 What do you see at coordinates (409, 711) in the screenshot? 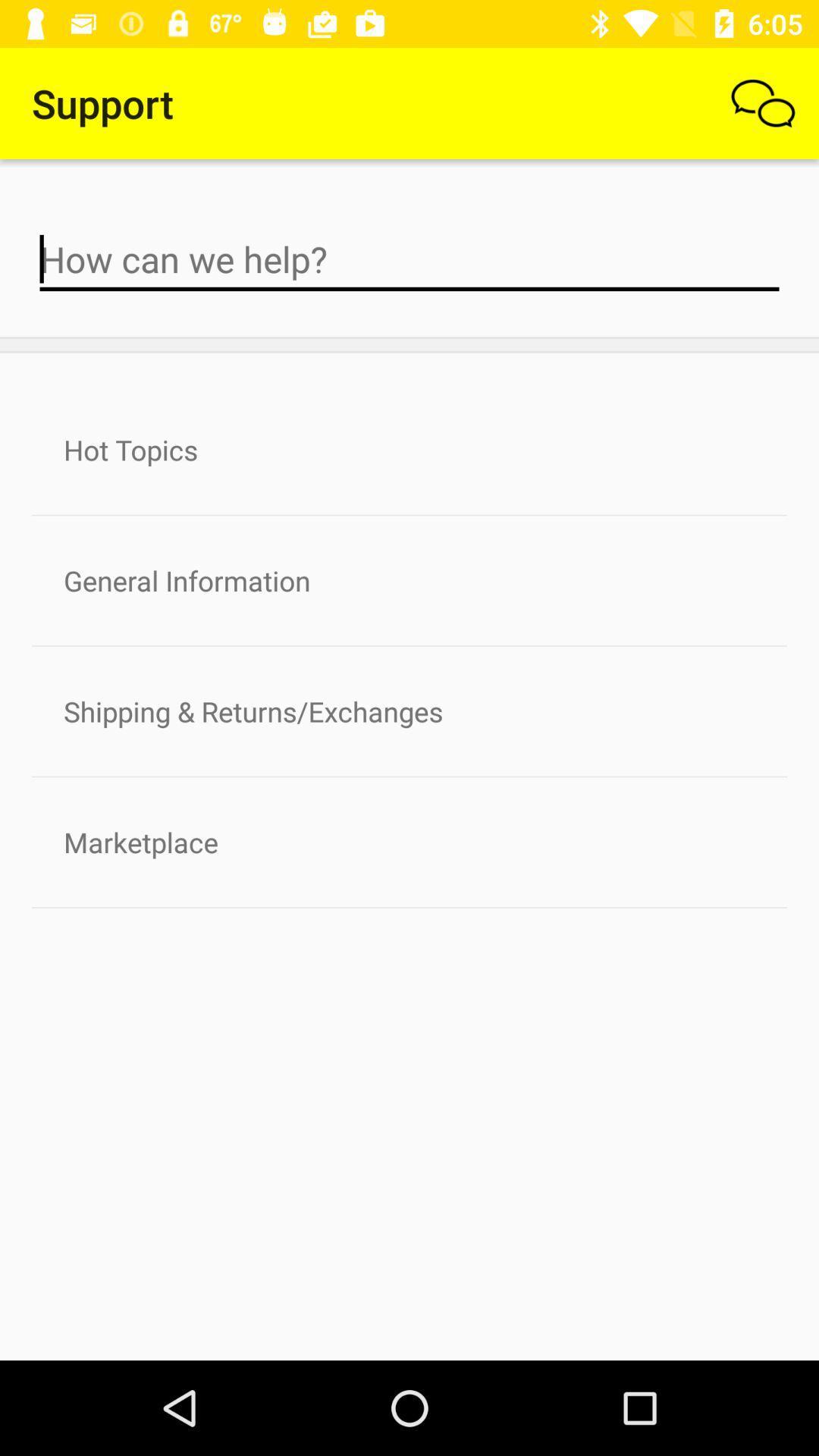
I see `shipping & returns/exchanges item` at bounding box center [409, 711].